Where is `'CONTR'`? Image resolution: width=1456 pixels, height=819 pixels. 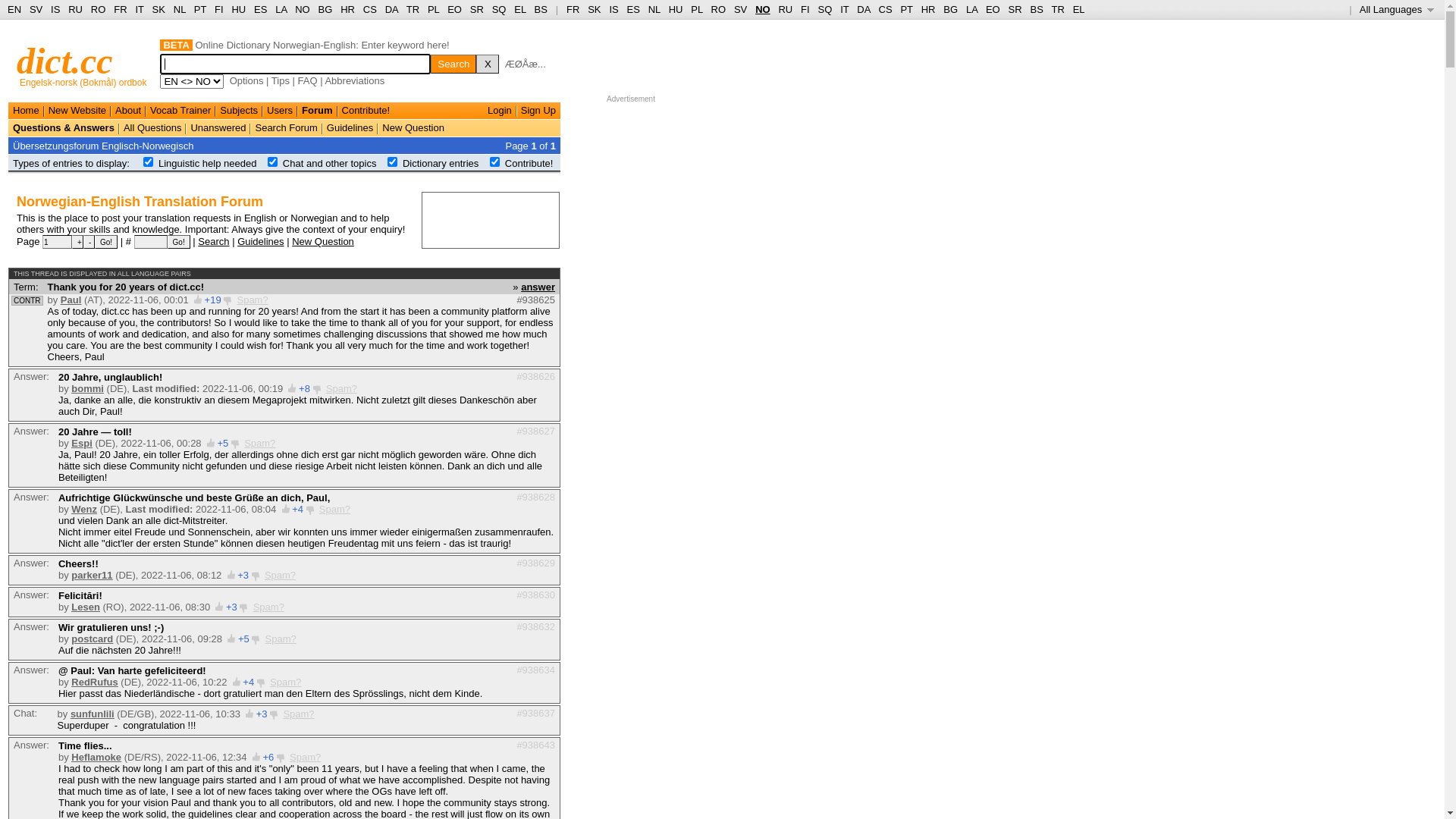 'CONTR' is located at coordinates (27, 300).